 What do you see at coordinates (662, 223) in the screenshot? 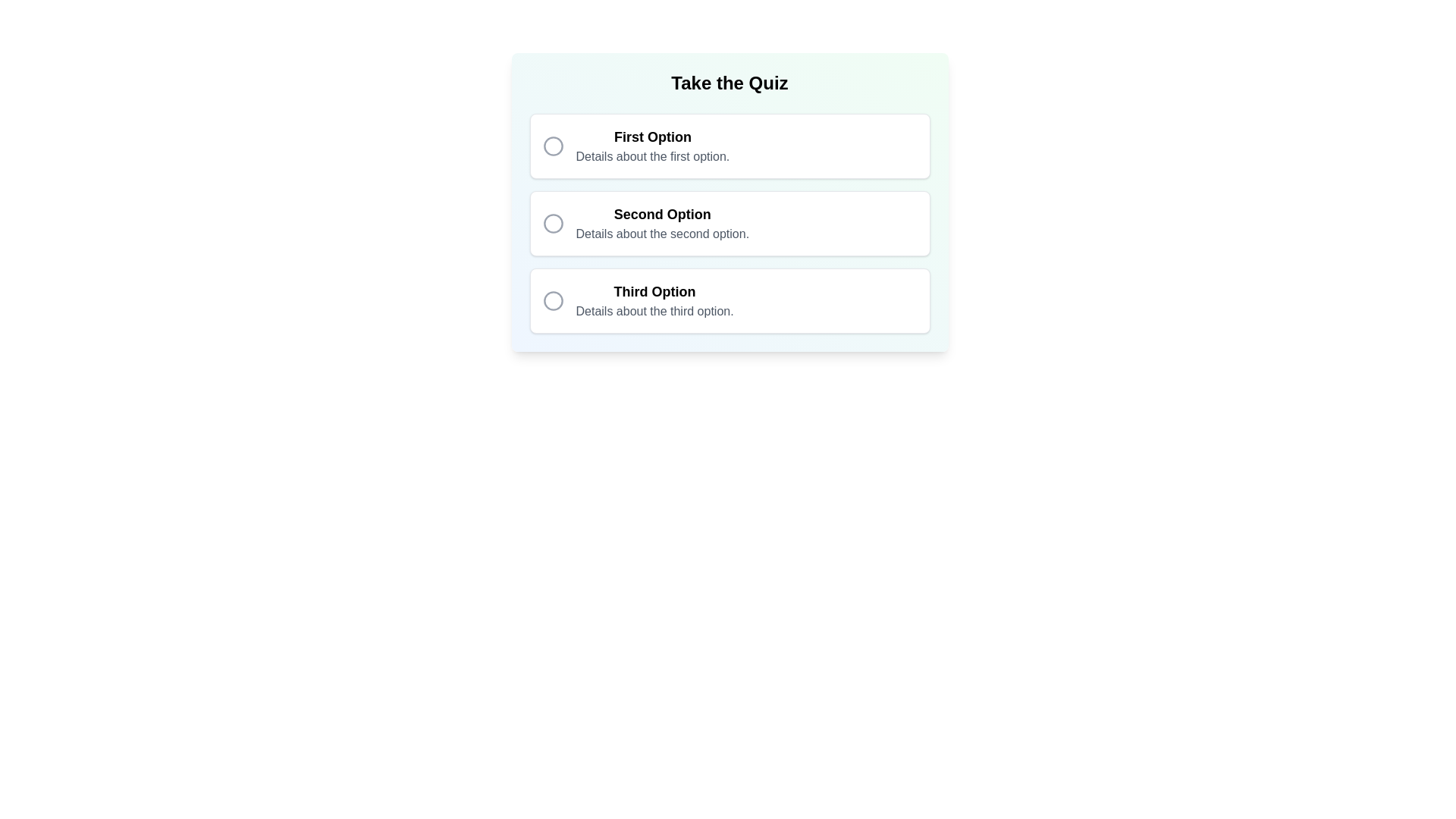
I see `the text block containing 'Second Option' and 'Details about the second option' to trigger the tooltip` at bounding box center [662, 223].